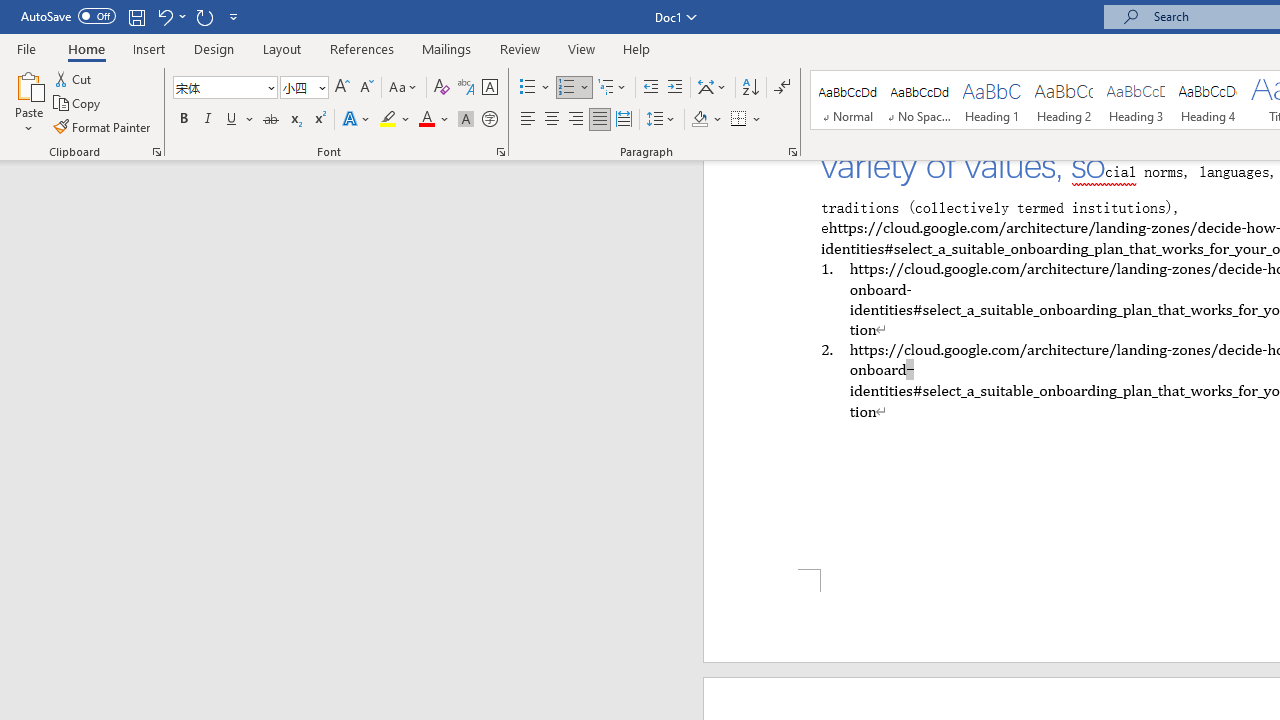 The width and height of the screenshot is (1280, 720). I want to click on 'Bullets', so click(528, 86).